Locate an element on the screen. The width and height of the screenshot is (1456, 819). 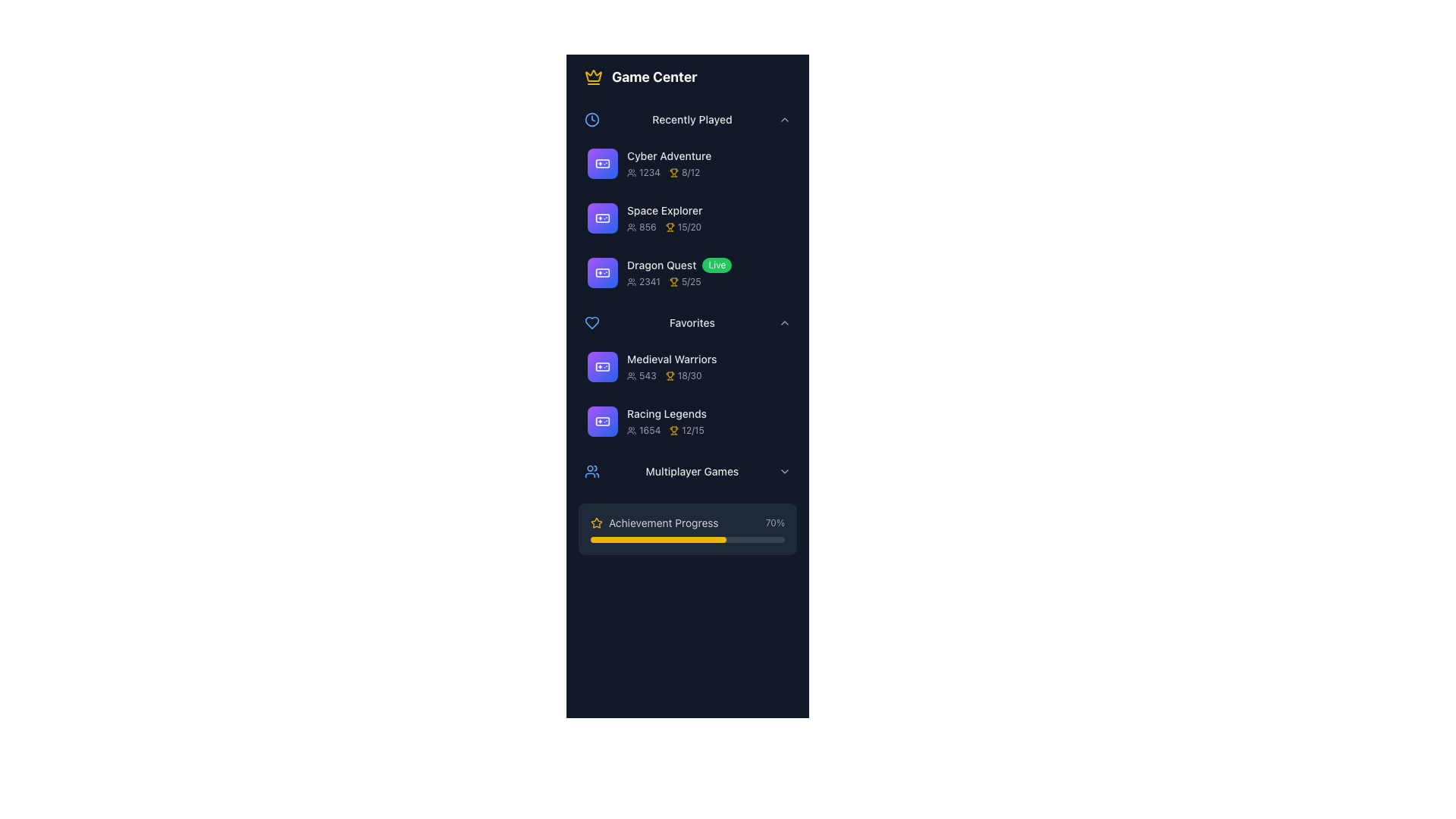
the third list entry in the 'Recently Played' section that presents an overview of the game 'Dragon Quest', located between 'Space Explorer' and 'Medieval Warriors', adjacent to a purple gamepad icon is located at coordinates (706, 271).